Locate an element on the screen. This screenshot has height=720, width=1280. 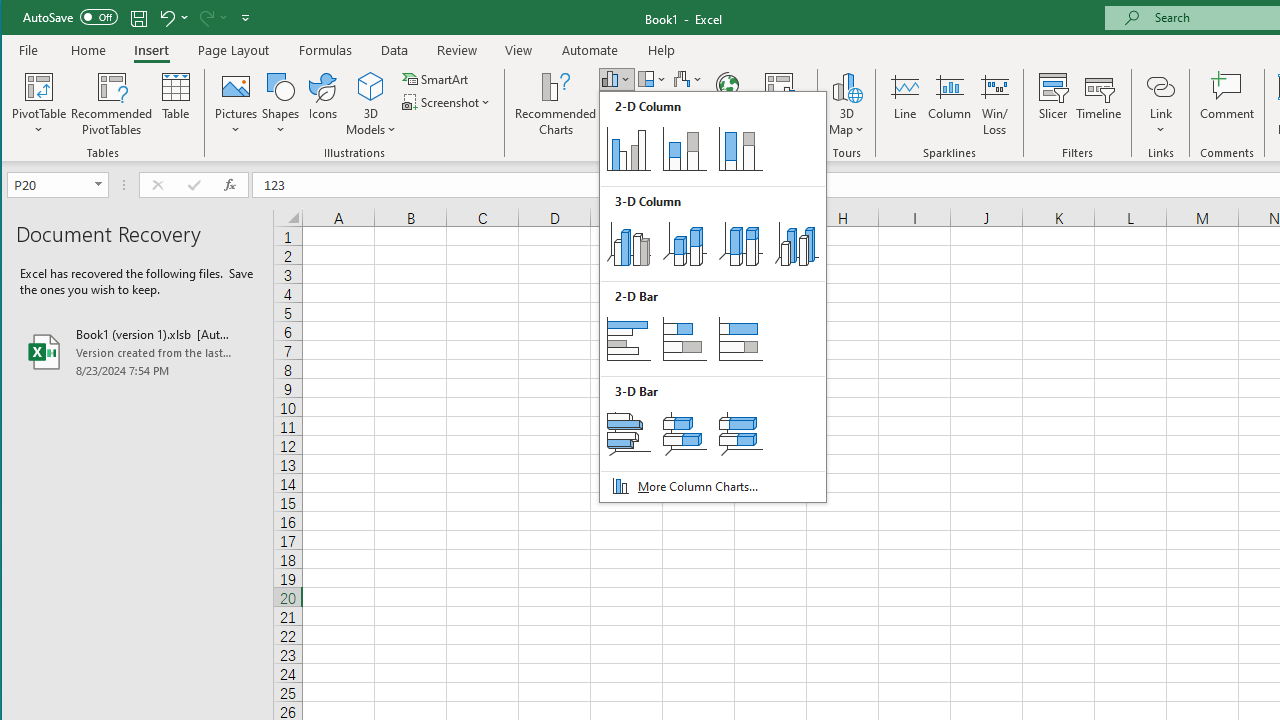
'Shapes' is located at coordinates (279, 104).